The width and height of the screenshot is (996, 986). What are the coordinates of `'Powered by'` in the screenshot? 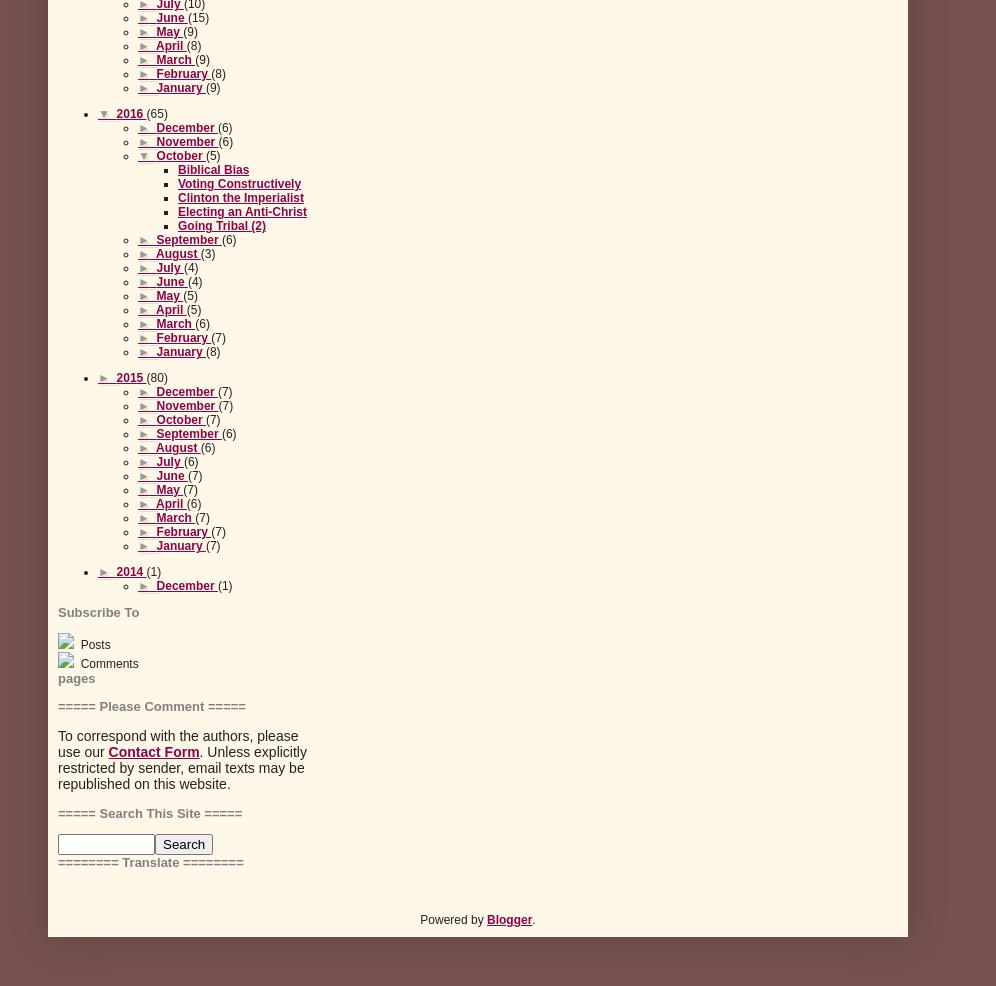 It's located at (453, 920).